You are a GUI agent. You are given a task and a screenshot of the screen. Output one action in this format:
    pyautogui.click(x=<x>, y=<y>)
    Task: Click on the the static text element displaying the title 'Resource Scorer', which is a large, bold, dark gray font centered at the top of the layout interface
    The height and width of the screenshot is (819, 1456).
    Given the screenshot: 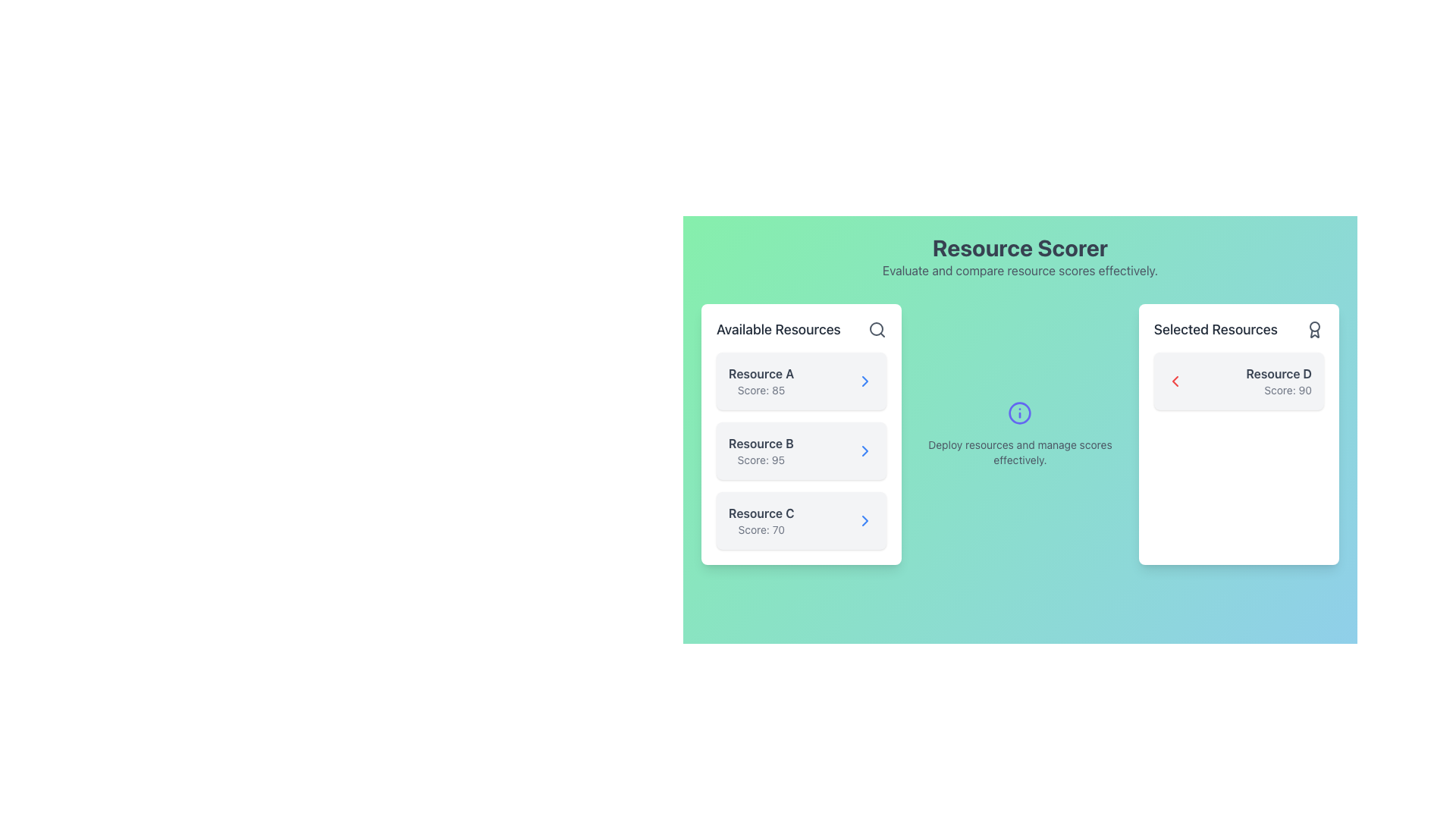 What is the action you would take?
    pyautogui.click(x=1020, y=247)
    